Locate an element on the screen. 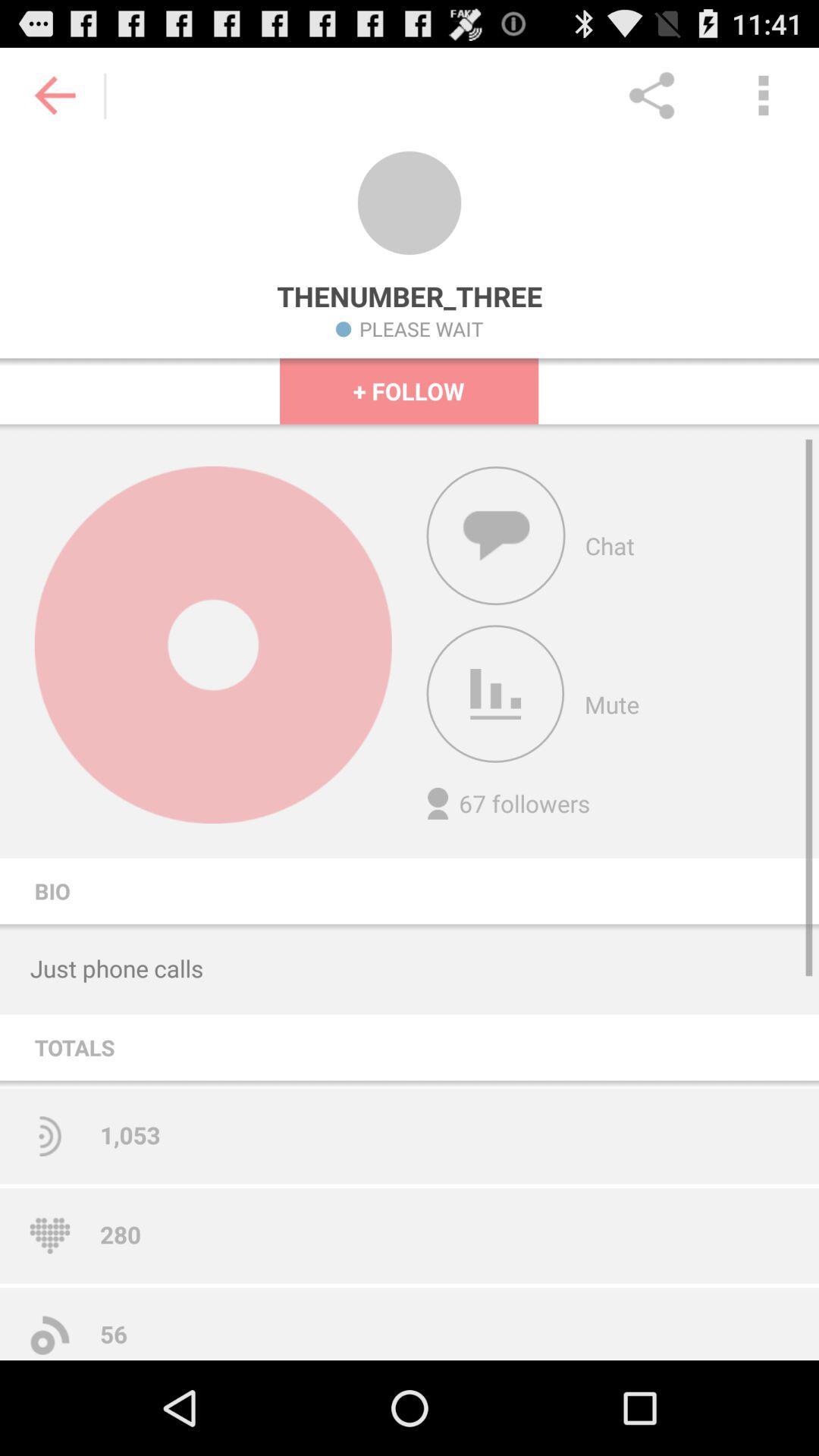 This screenshot has width=819, height=1456. apps of the mute option is located at coordinates (495, 693).